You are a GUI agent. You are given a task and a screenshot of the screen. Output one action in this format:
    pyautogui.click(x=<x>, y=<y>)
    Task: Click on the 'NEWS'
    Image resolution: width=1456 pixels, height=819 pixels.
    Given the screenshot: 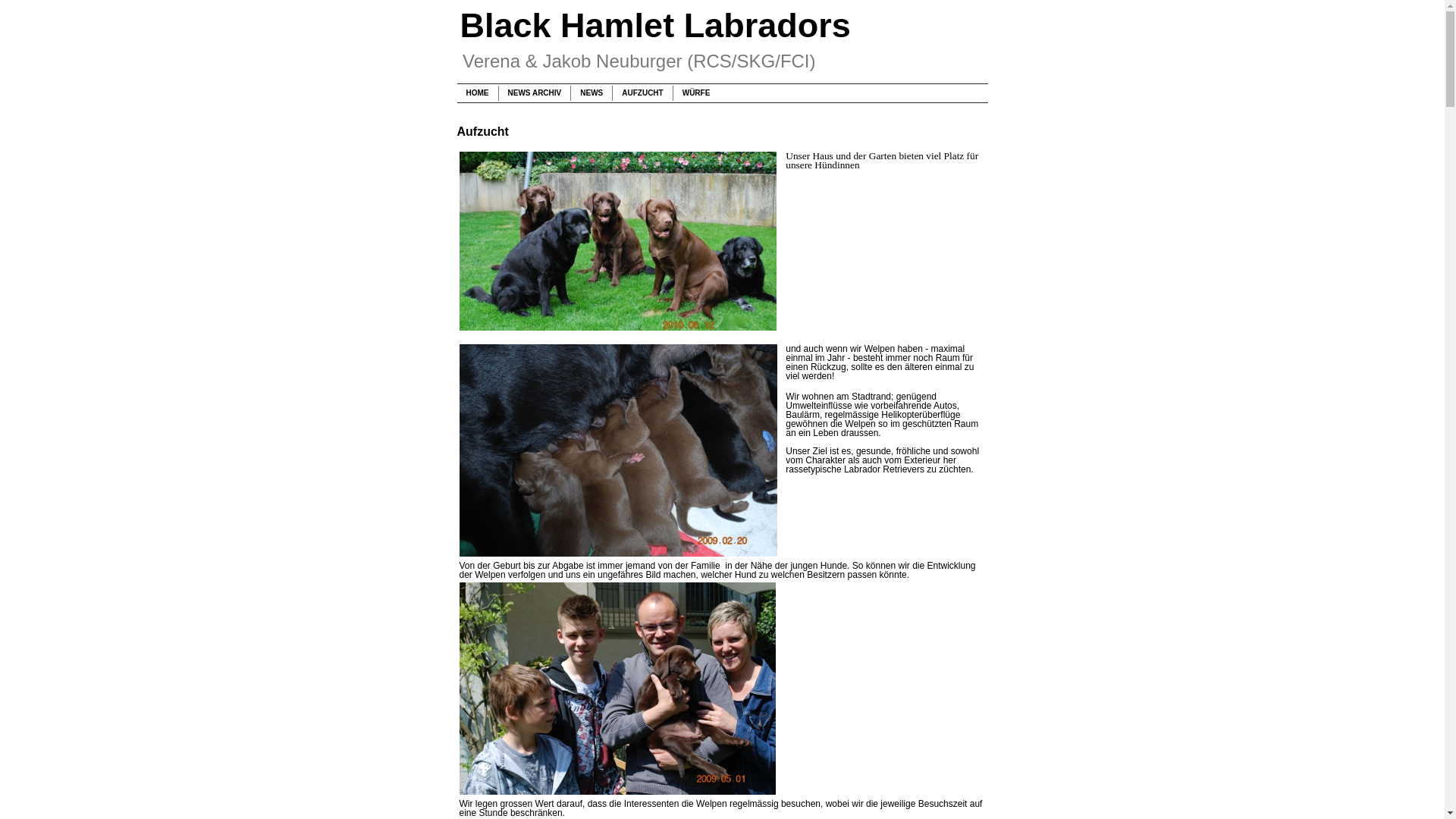 What is the action you would take?
    pyautogui.click(x=590, y=93)
    